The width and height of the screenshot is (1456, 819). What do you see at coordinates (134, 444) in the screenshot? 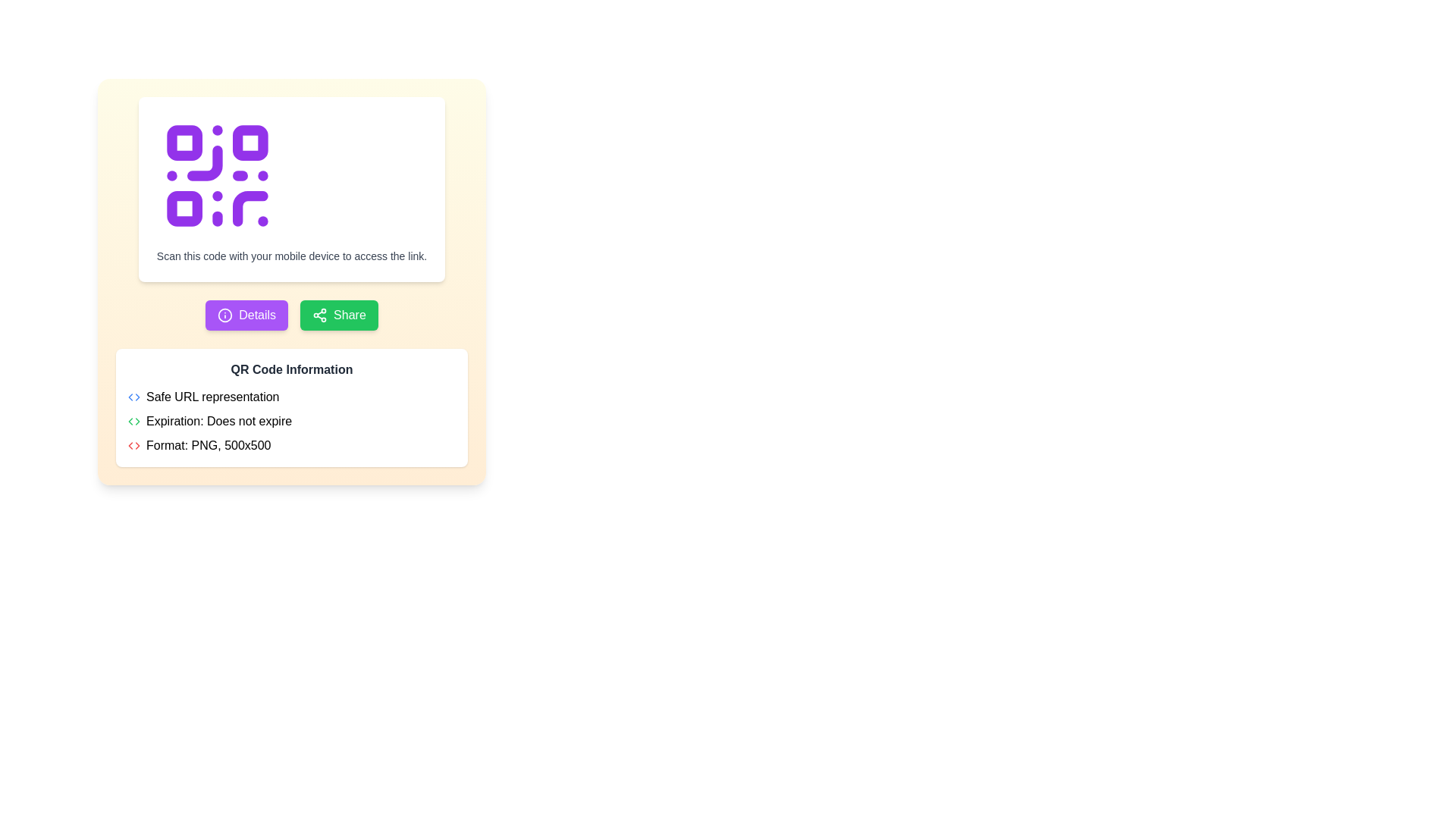
I see `the icon located to the left of the 'Format: PNG, 500x500' text in the QR Code Information section, which serves as a visual indicator for code-related information` at bounding box center [134, 444].